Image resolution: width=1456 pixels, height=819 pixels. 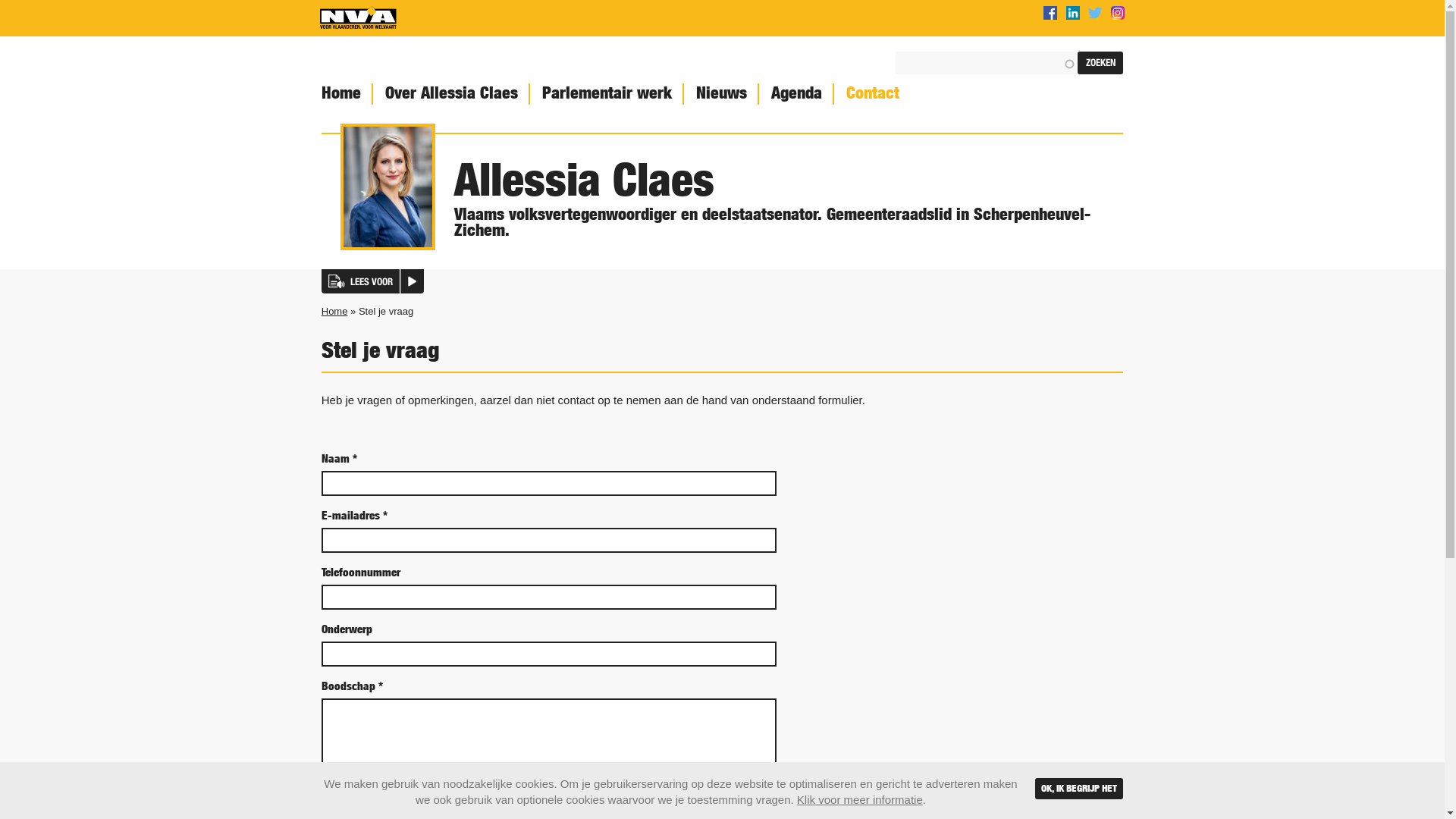 What do you see at coordinates (1078, 788) in the screenshot?
I see `'OK, IK BEGRIJP HET'` at bounding box center [1078, 788].